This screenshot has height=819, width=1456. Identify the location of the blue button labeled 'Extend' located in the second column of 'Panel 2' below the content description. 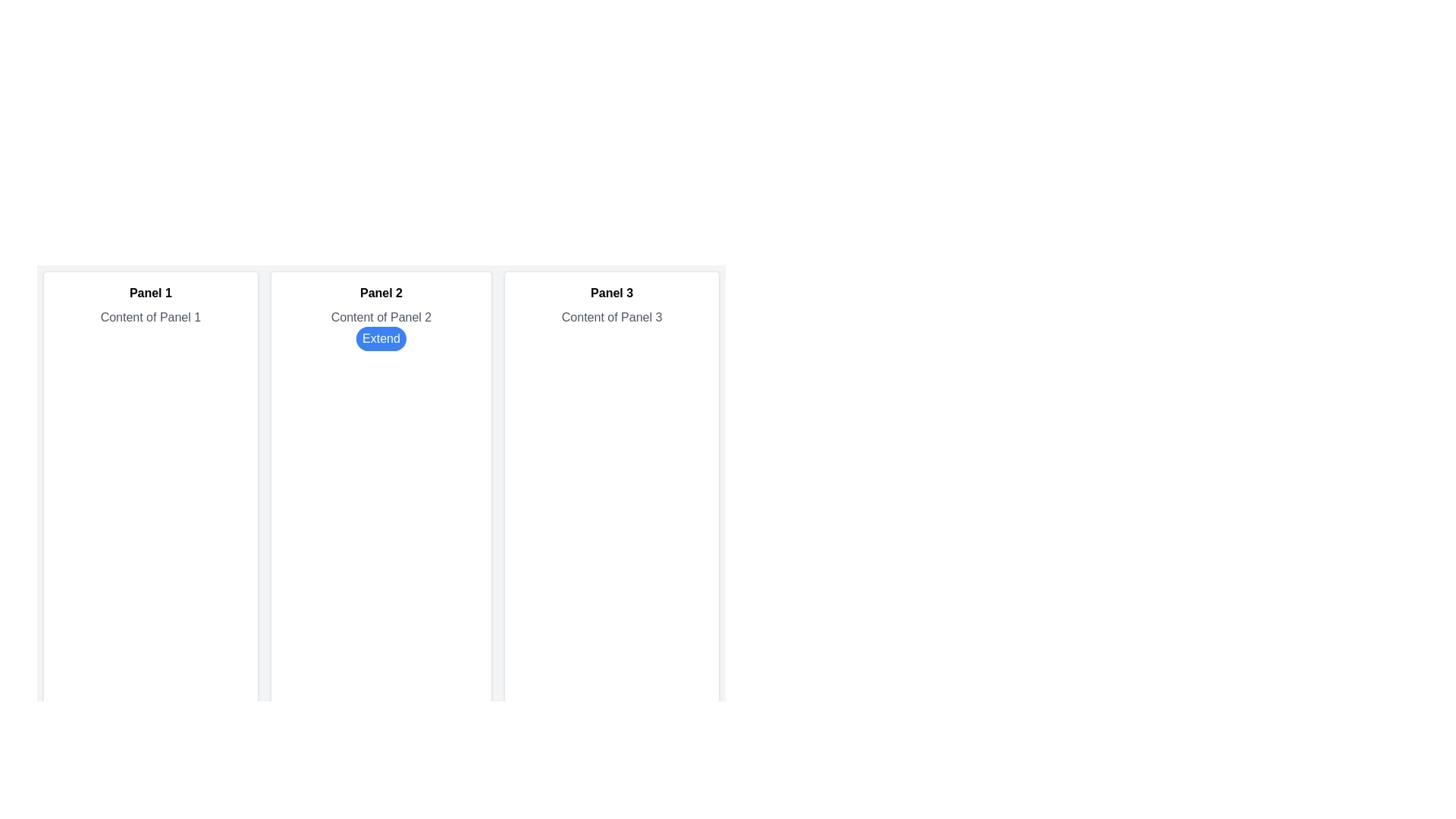
(381, 338).